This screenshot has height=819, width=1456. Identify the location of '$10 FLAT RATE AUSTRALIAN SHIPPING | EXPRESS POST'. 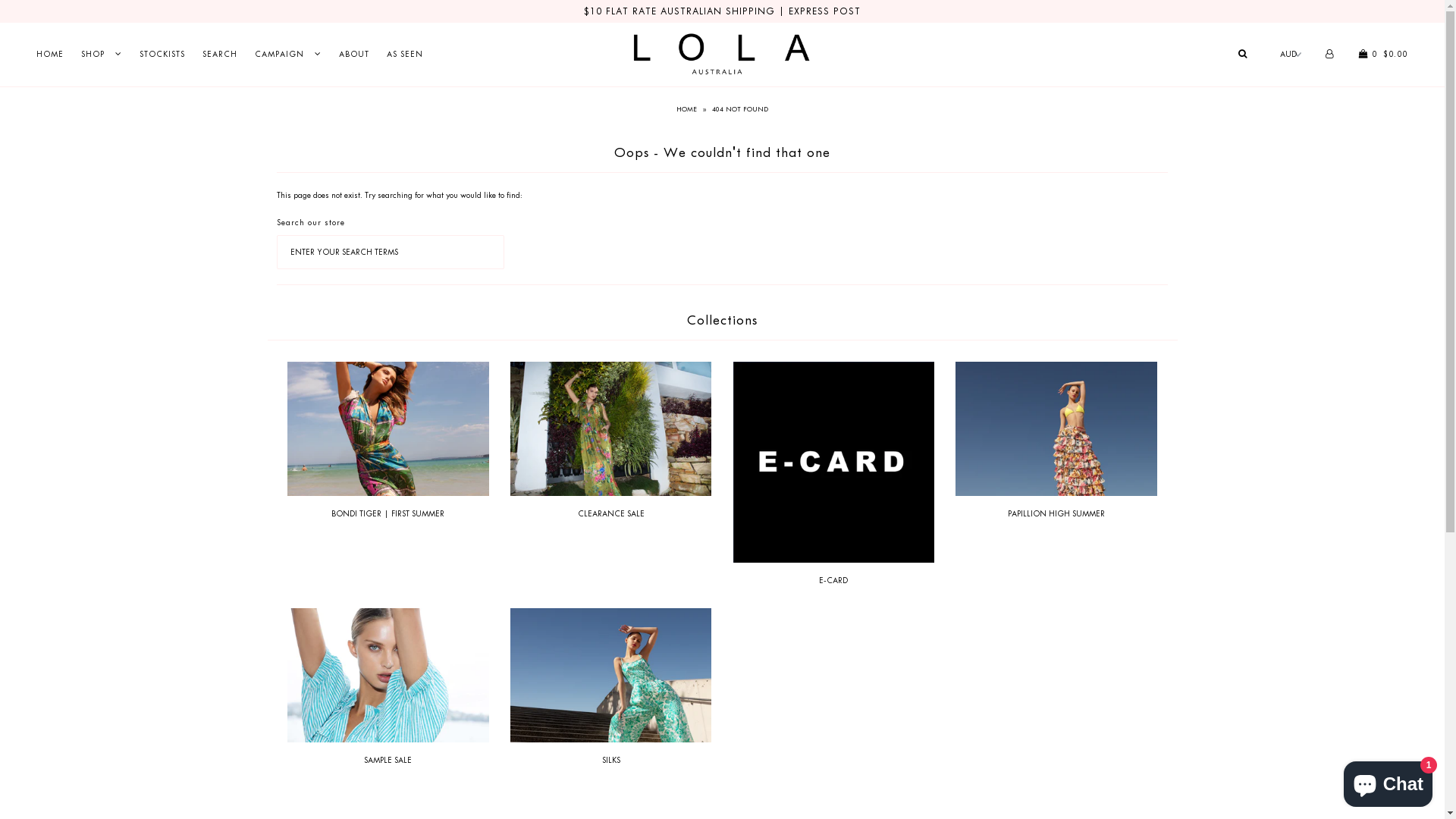
(721, 11).